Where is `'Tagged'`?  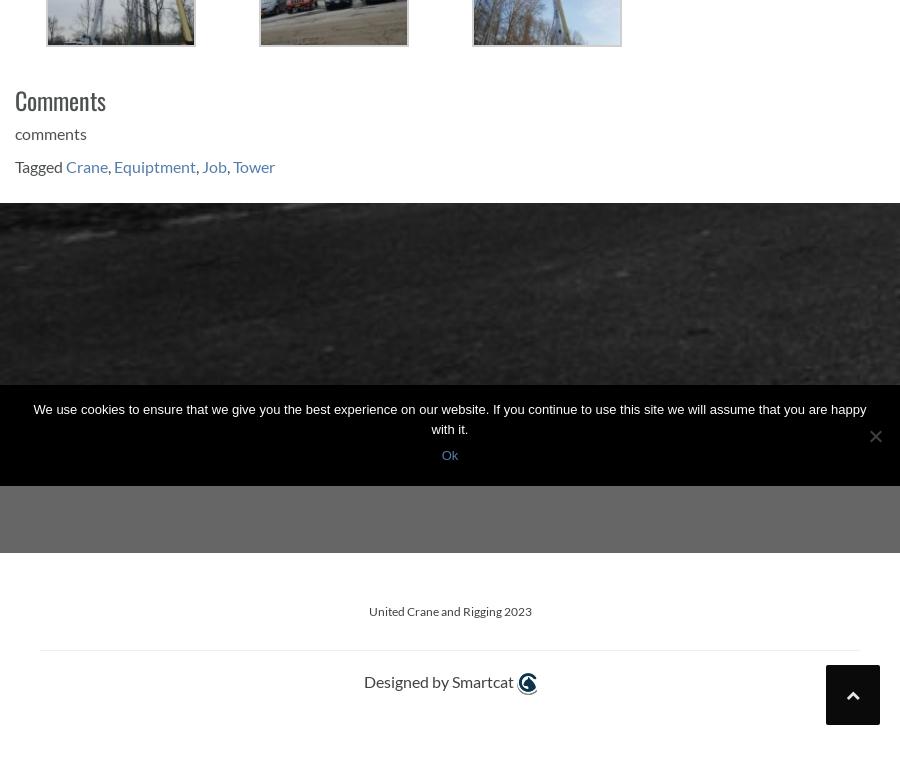 'Tagged' is located at coordinates (39, 164).